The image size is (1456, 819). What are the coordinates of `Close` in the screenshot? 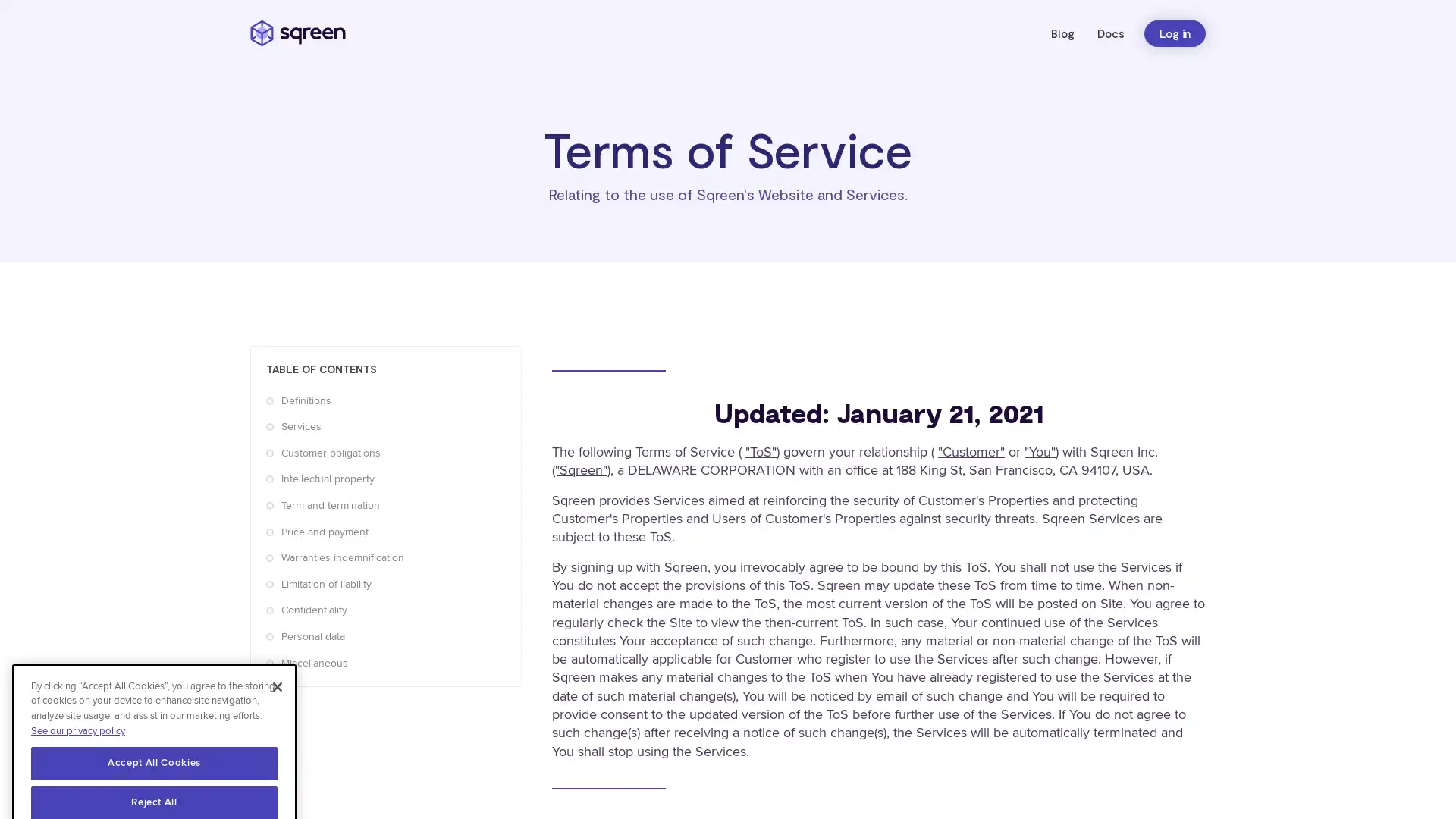 It's located at (277, 645).